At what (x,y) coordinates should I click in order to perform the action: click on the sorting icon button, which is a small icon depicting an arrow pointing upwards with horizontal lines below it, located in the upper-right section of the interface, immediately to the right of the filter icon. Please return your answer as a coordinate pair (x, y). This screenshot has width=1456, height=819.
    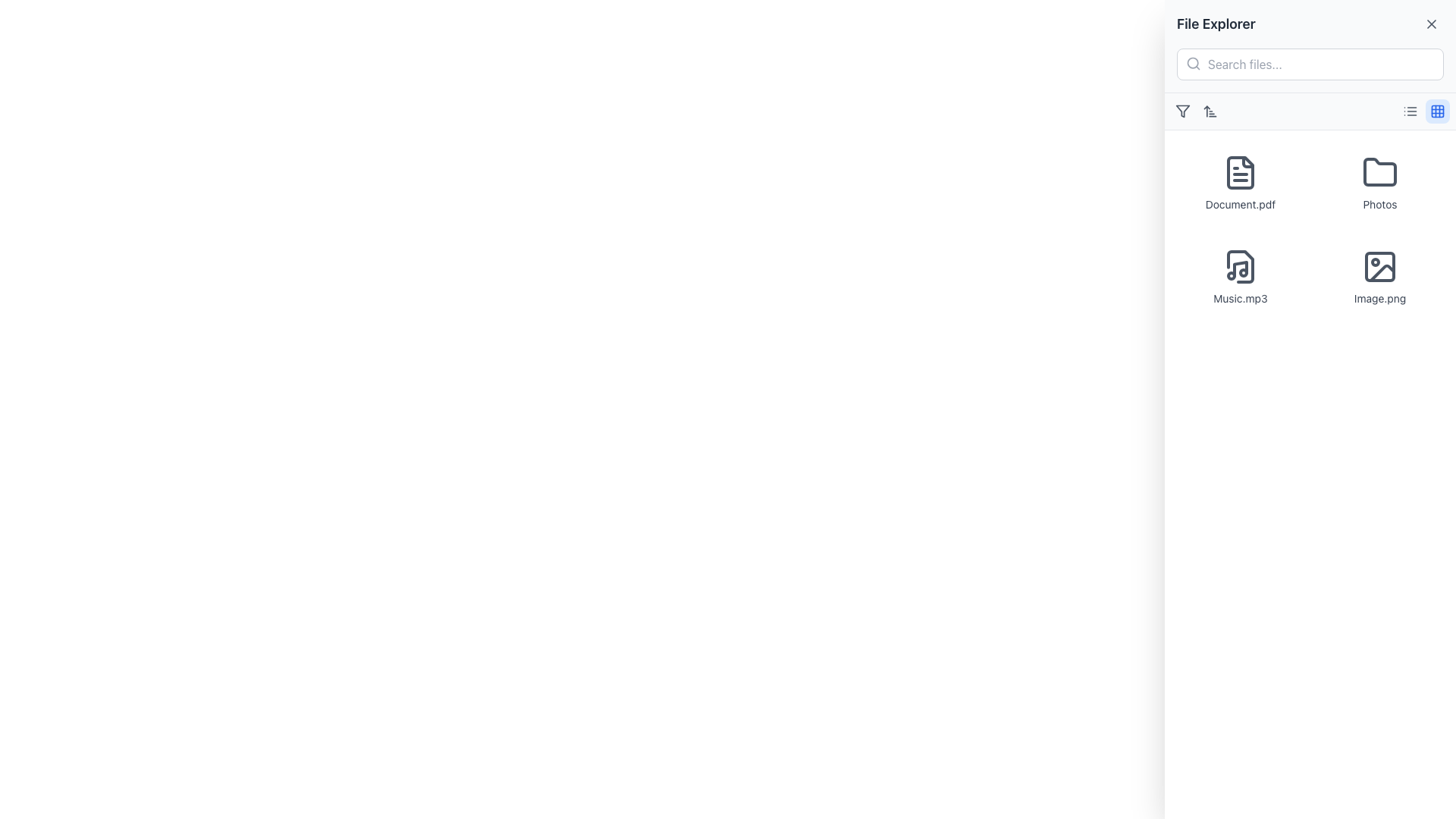
    Looking at the image, I should click on (1210, 110).